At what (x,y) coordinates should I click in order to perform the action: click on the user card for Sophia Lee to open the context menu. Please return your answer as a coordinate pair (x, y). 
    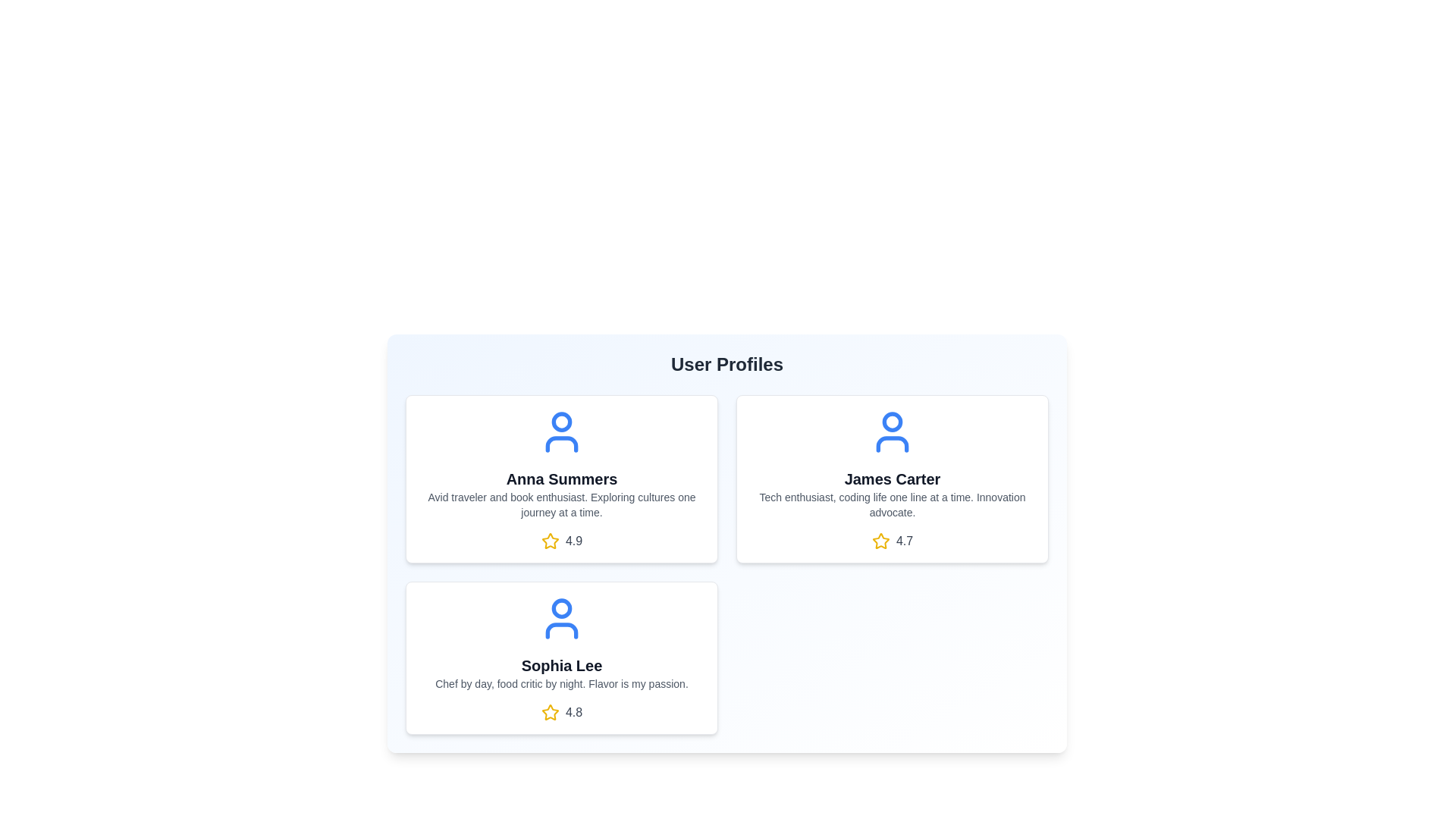
    Looking at the image, I should click on (560, 657).